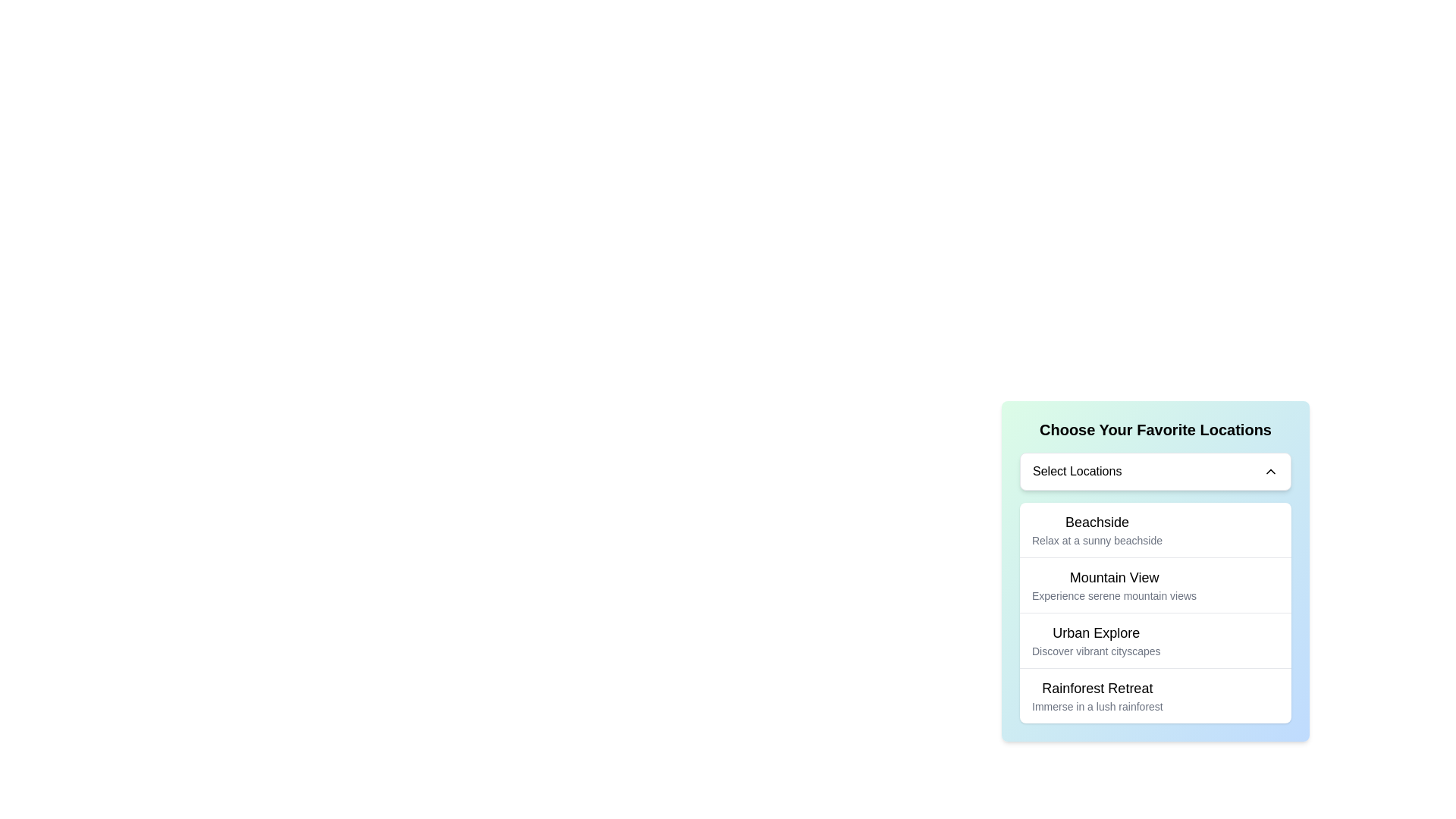  What do you see at coordinates (1097, 522) in the screenshot?
I see `the 'Beachside' text label for accessibility purposes` at bounding box center [1097, 522].